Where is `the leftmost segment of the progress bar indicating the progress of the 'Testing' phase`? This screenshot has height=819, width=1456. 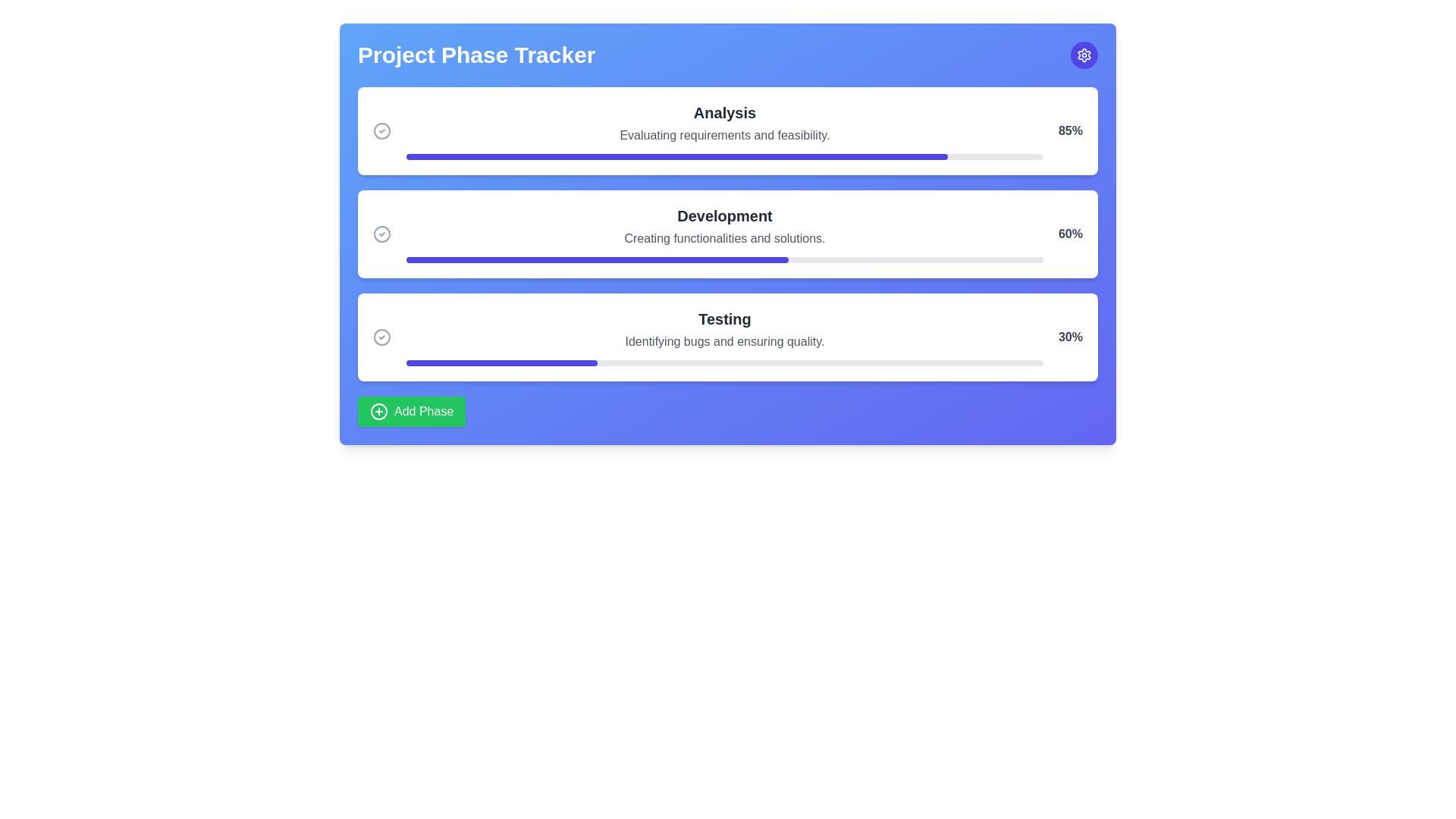
the leftmost segment of the progress bar indicating the progress of the 'Testing' phase is located at coordinates (502, 362).